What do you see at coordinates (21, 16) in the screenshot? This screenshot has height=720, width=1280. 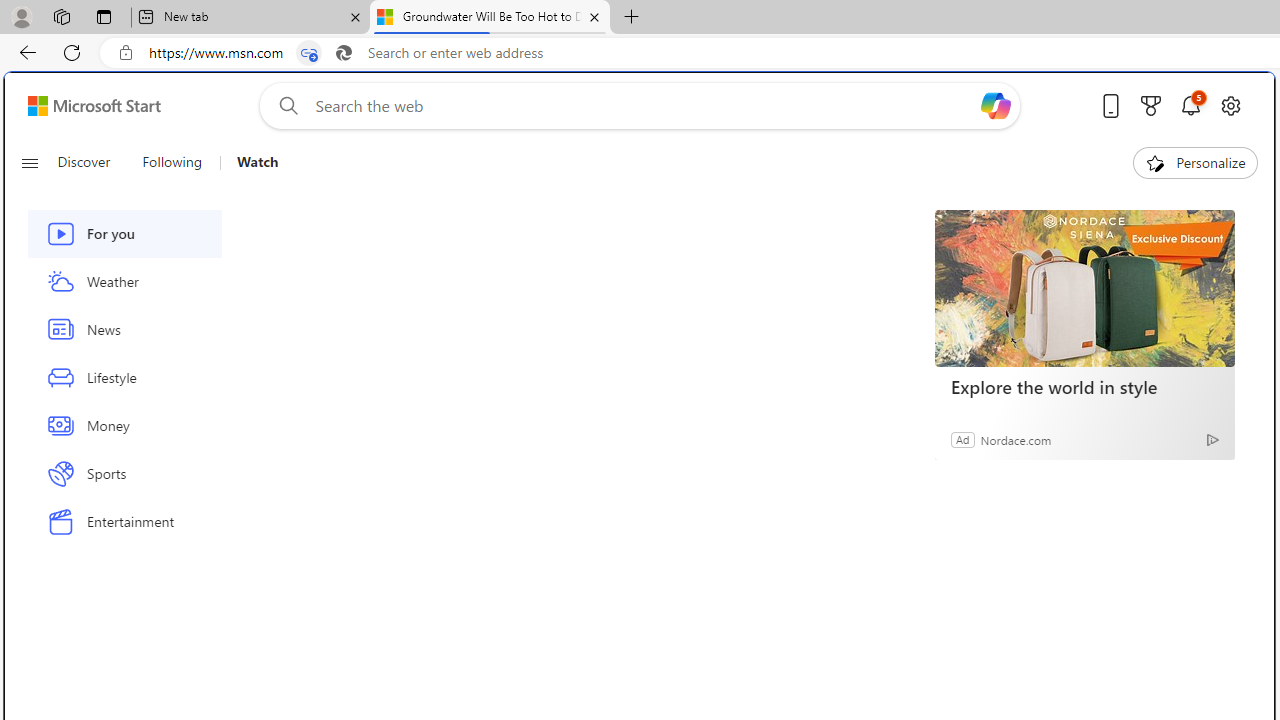 I see `'Personal Profile'` at bounding box center [21, 16].